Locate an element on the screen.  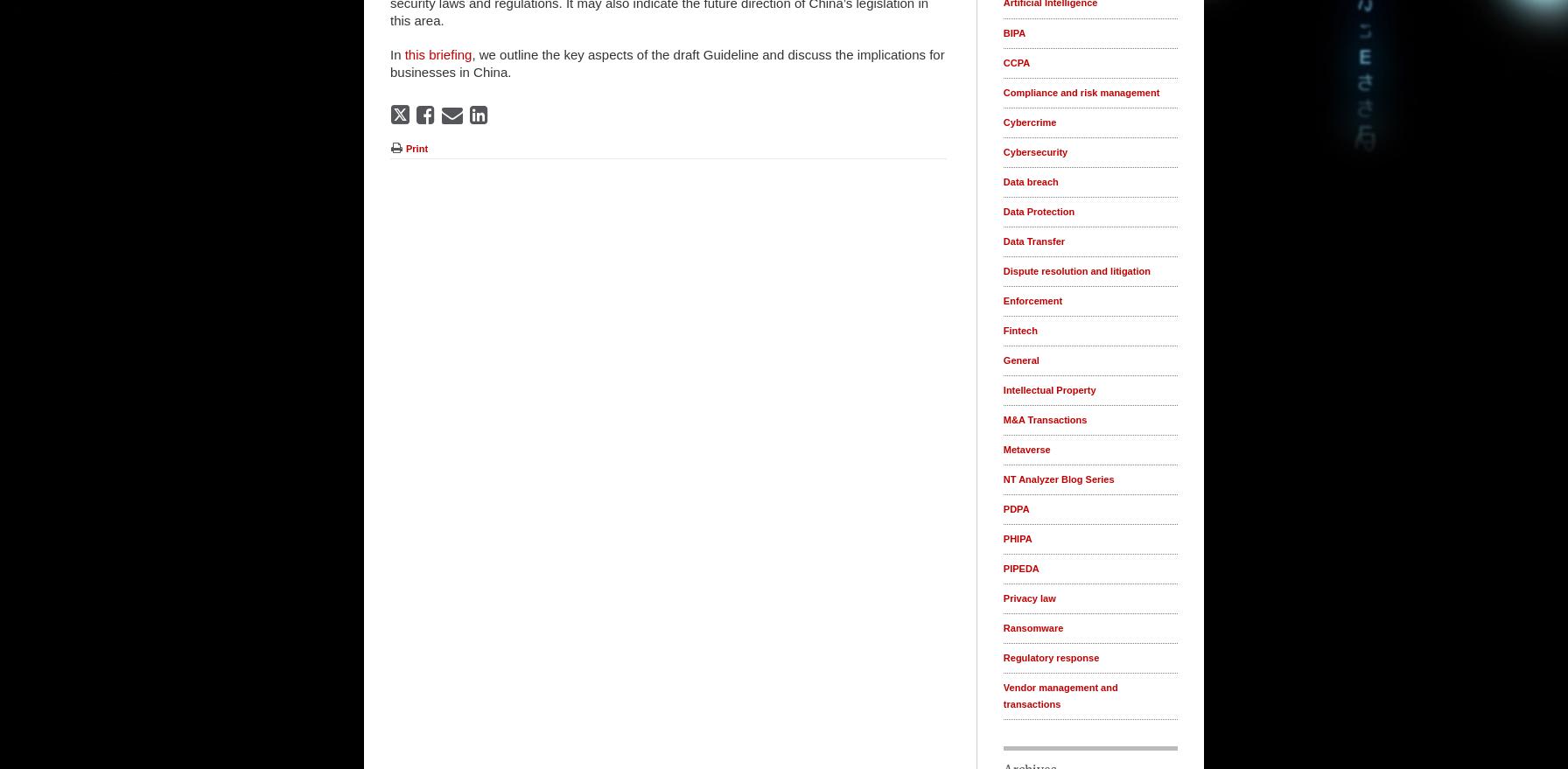
'PDPA' is located at coordinates (1016, 507).